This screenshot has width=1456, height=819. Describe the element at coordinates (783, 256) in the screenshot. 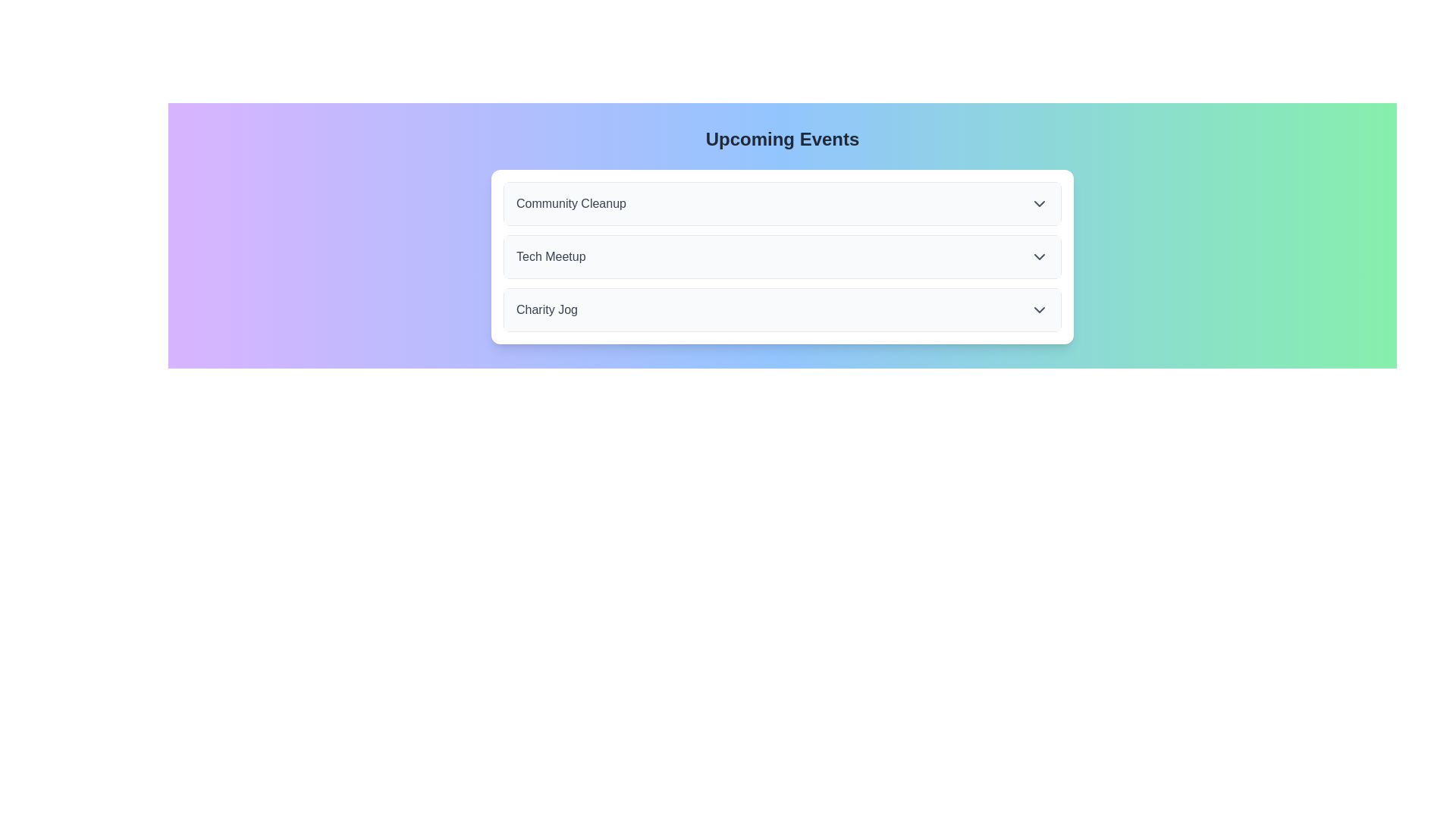

I see `the 'Tech Meetup' dropdown list item located under 'Upcoming Events'` at that location.